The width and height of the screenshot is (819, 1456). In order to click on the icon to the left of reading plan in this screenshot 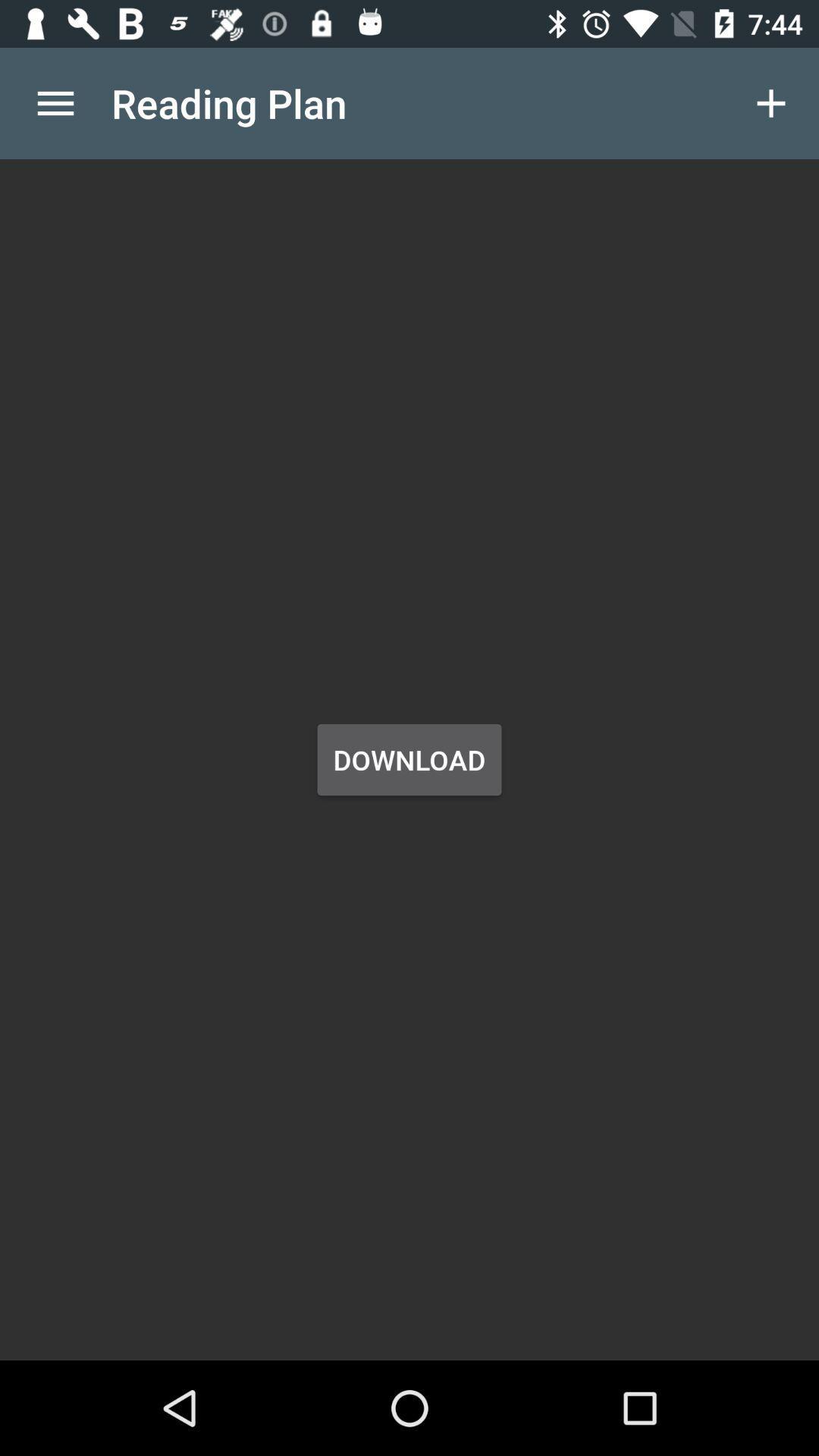, I will do `click(55, 102)`.